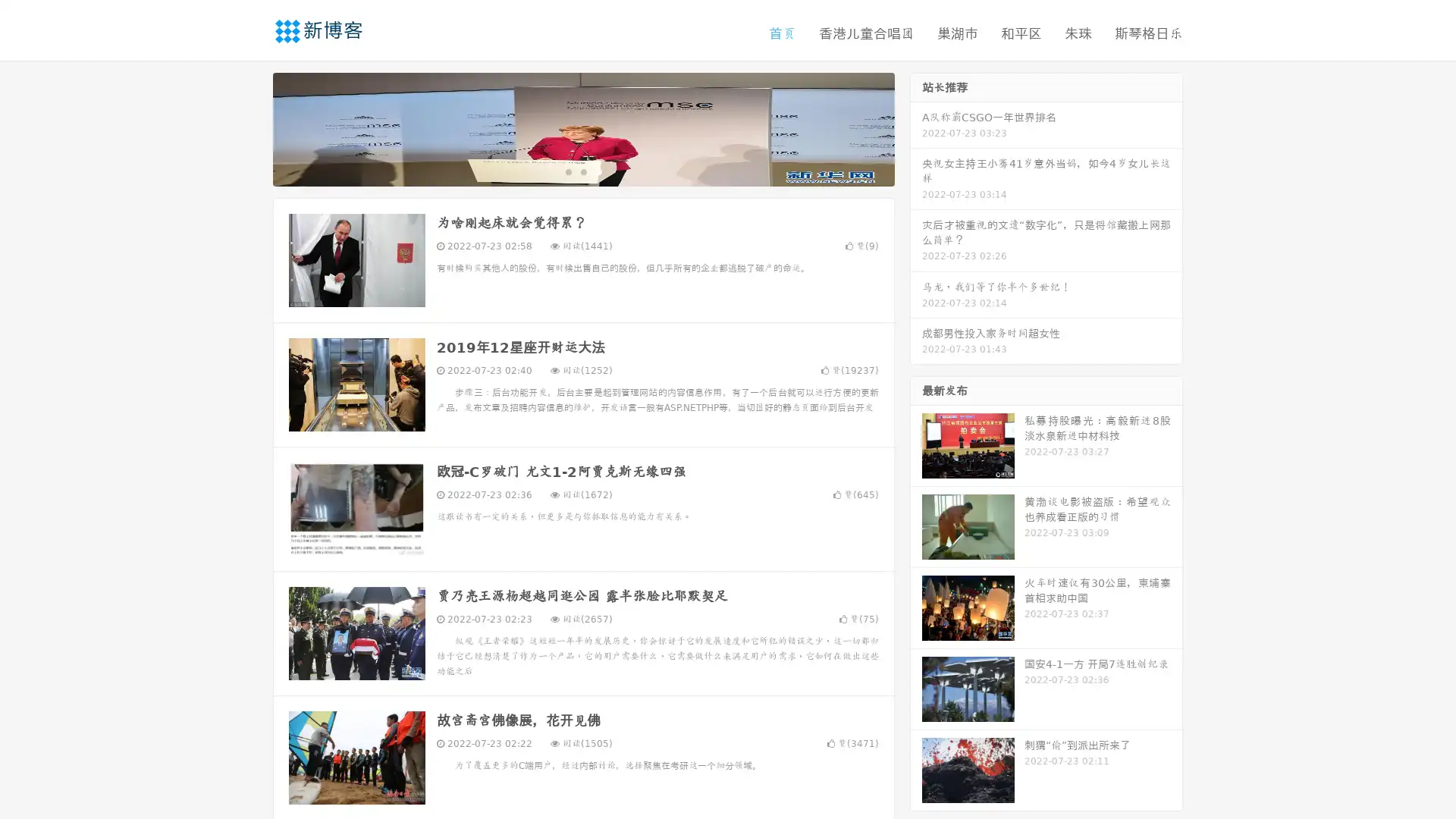  What do you see at coordinates (598, 171) in the screenshot?
I see `Go to slide 3` at bounding box center [598, 171].